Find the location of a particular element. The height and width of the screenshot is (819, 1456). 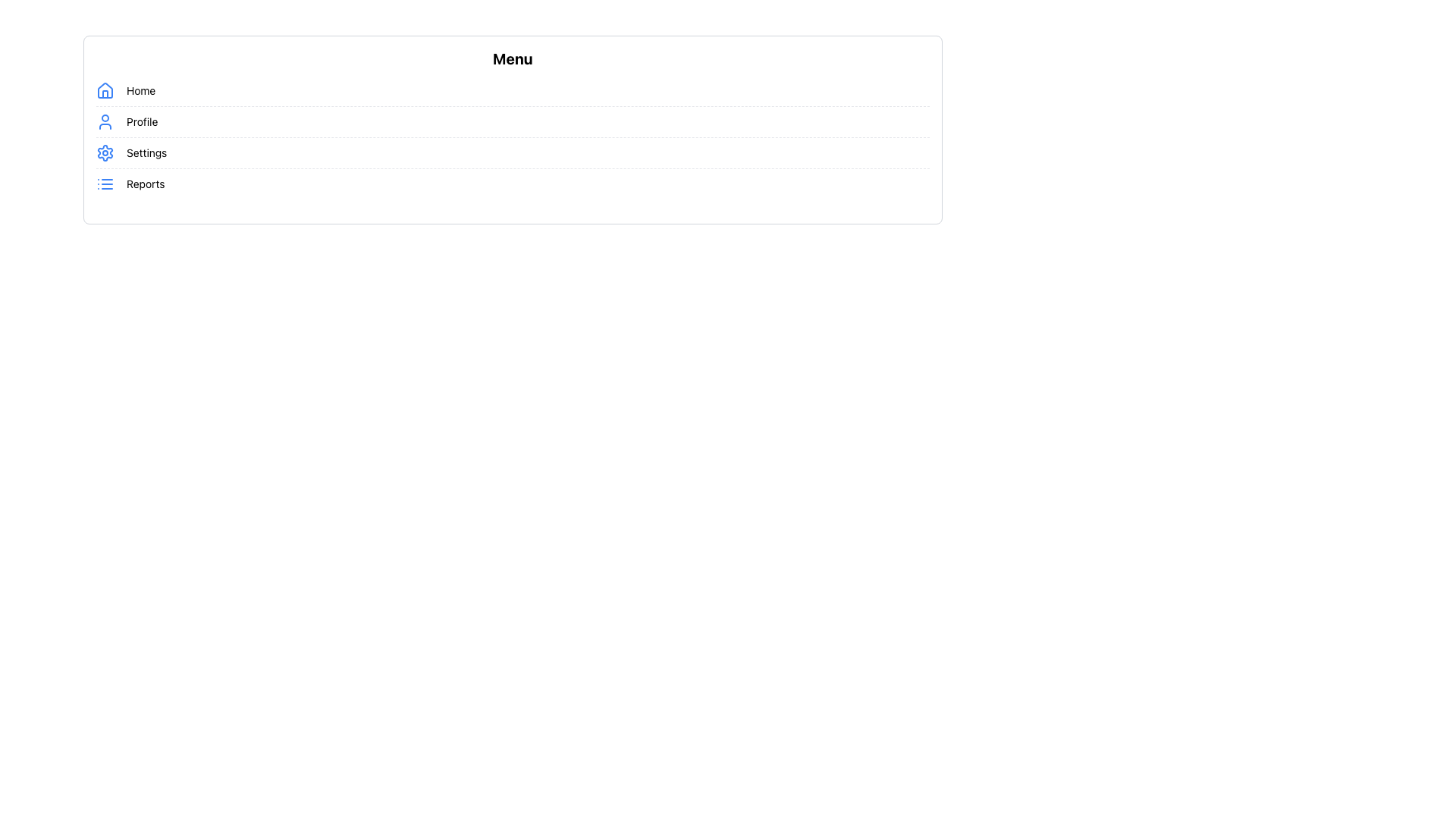

text label for the 'Profile' menu item, which is the second option in the vertical navigation menu is located at coordinates (142, 121).